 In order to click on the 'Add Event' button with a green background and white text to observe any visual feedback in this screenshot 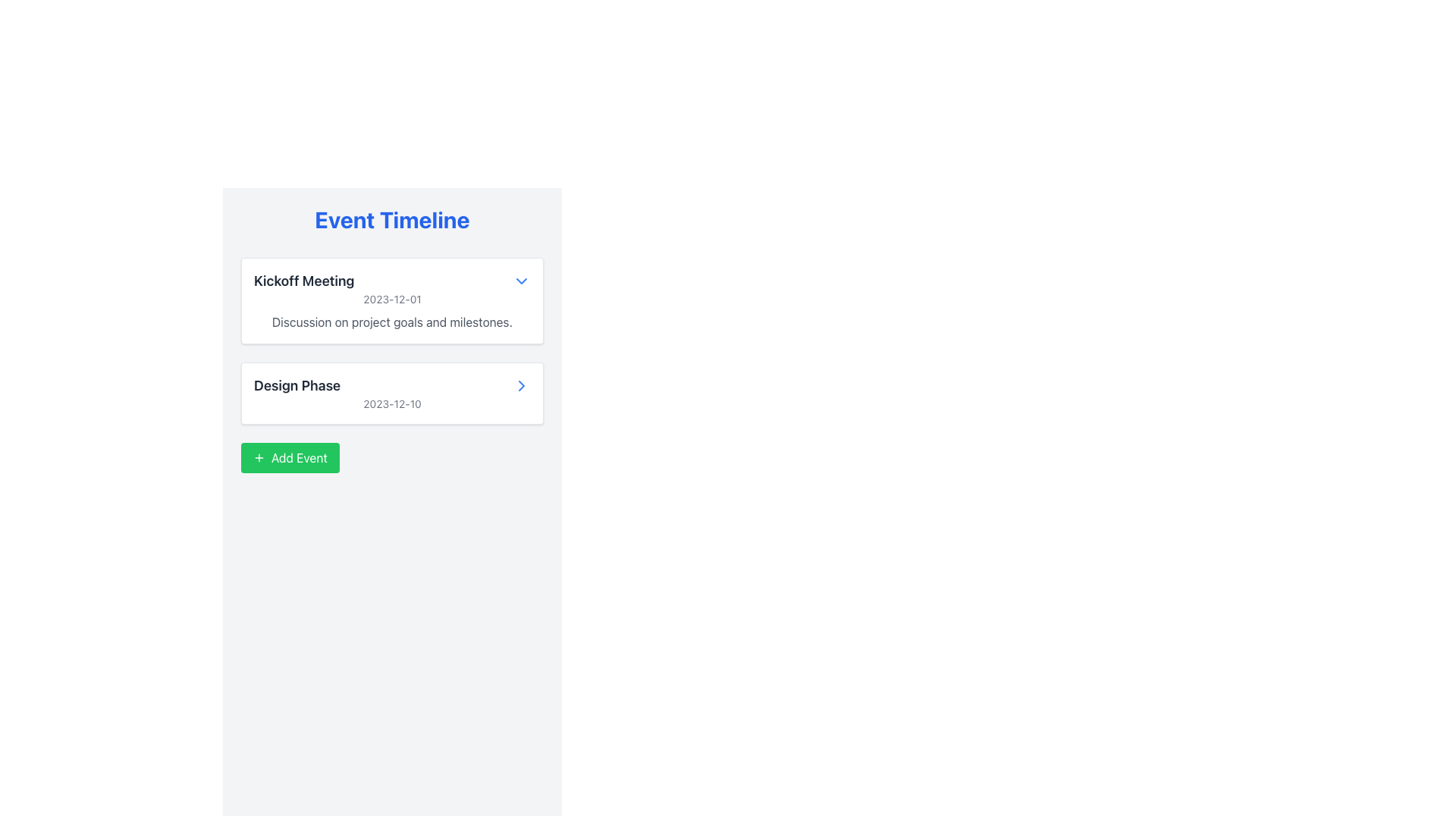, I will do `click(290, 457)`.